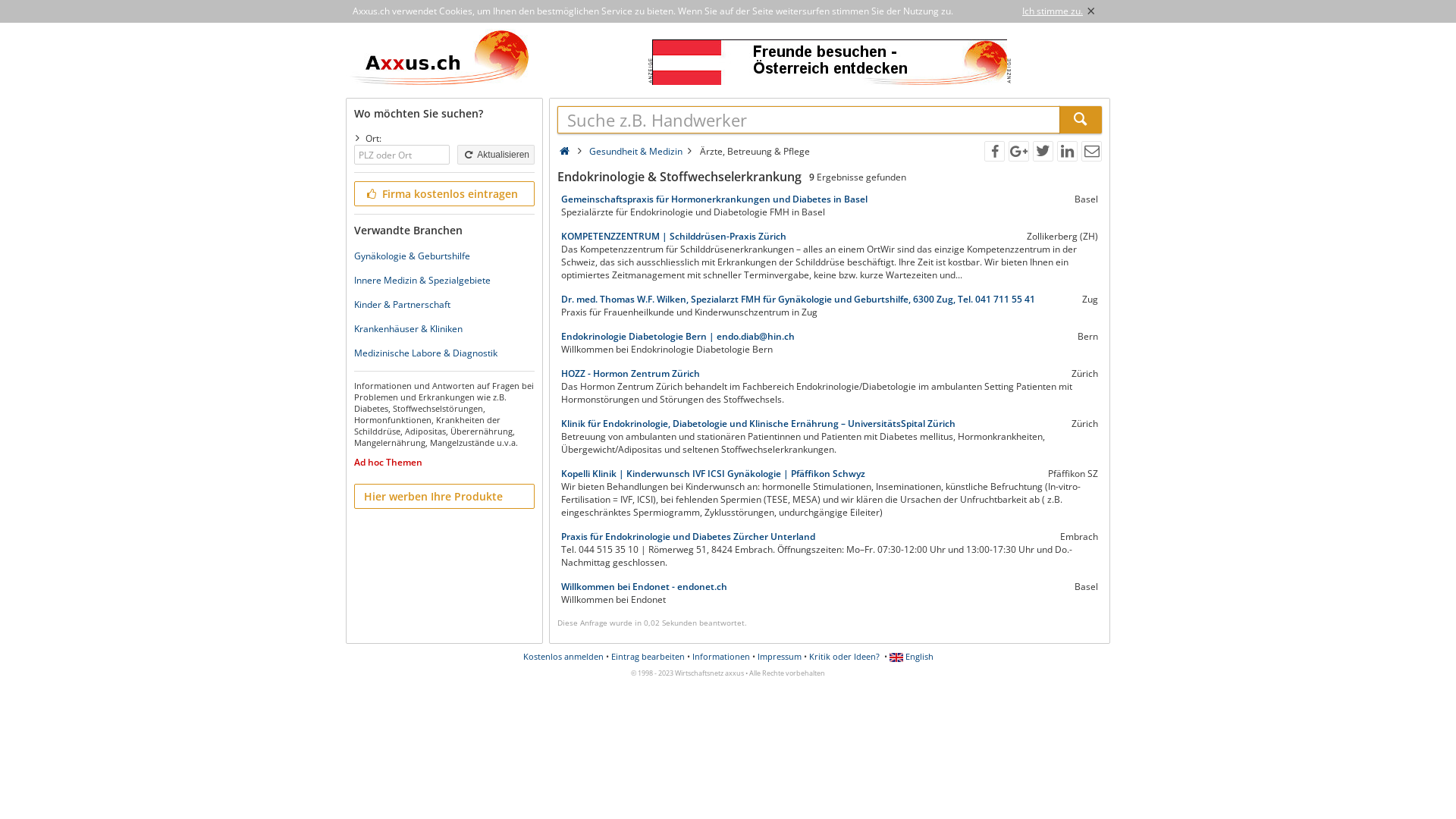 This screenshot has height=819, width=1456. What do you see at coordinates (635, 151) in the screenshot?
I see `'Gesundheit & Medizin'` at bounding box center [635, 151].